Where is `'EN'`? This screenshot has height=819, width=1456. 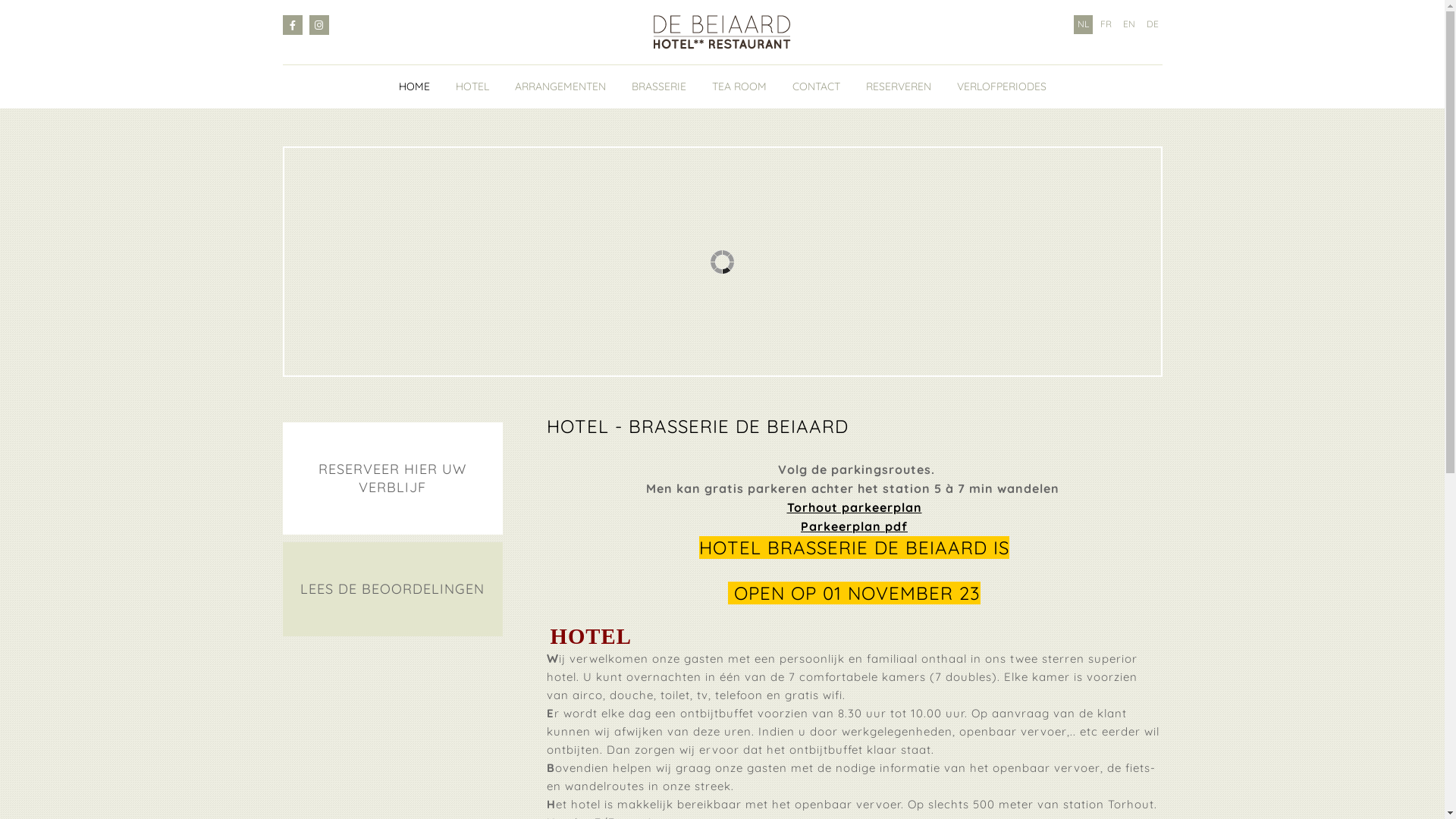
'EN' is located at coordinates (1128, 24).